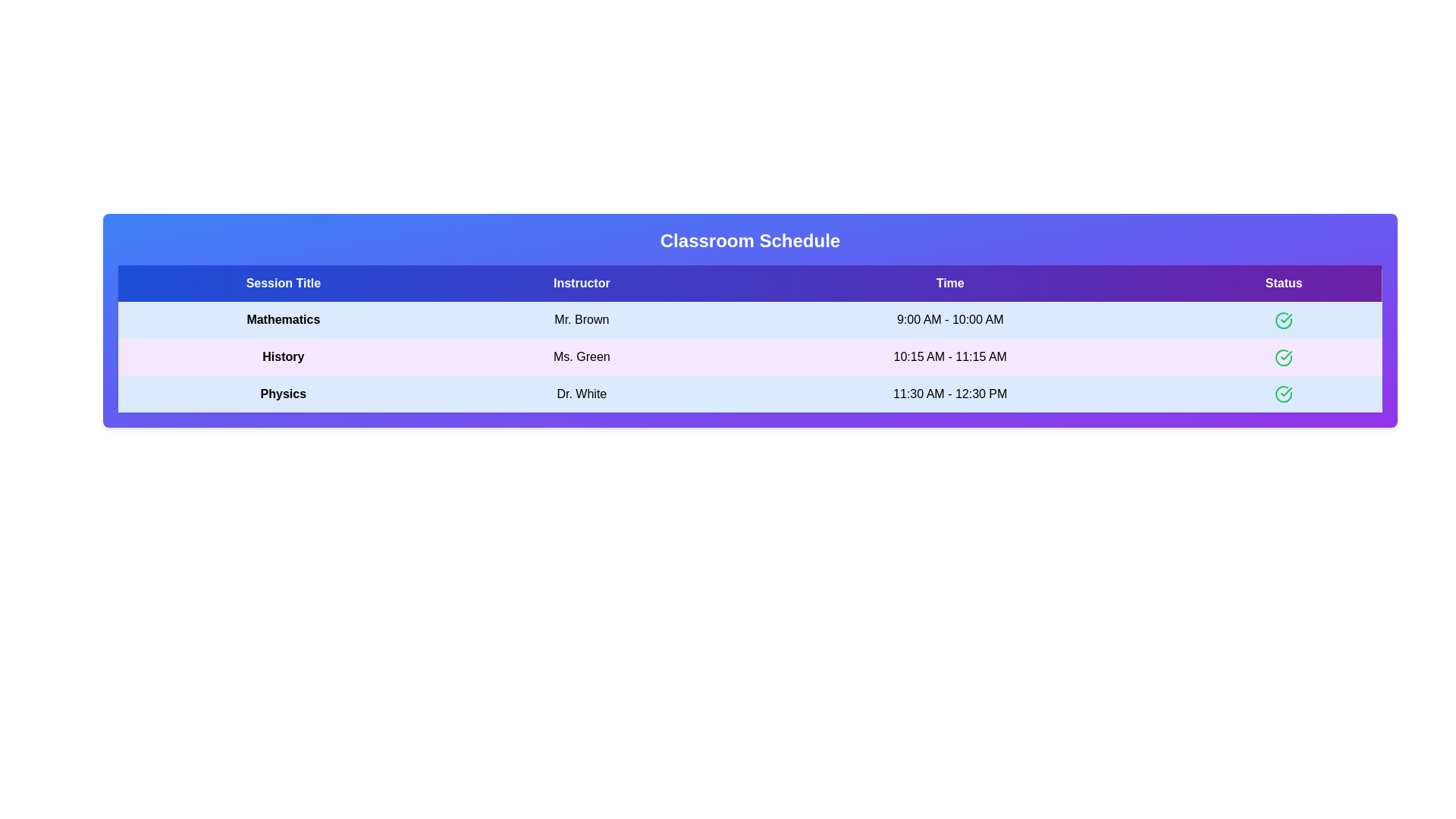 Image resolution: width=1456 pixels, height=819 pixels. What do you see at coordinates (581, 318) in the screenshot?
I see `the text element Mr. Brown to select or copy its content` at bounding box center [581, 318].